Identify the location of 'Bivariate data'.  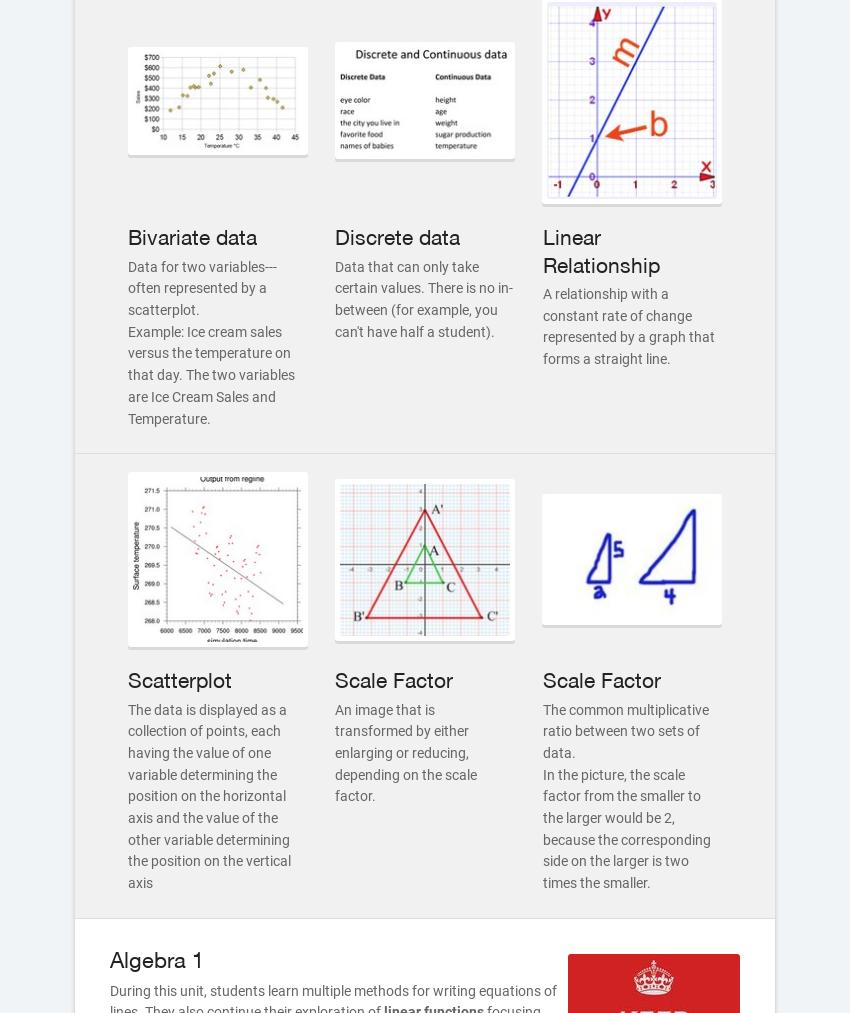
(191, 236).